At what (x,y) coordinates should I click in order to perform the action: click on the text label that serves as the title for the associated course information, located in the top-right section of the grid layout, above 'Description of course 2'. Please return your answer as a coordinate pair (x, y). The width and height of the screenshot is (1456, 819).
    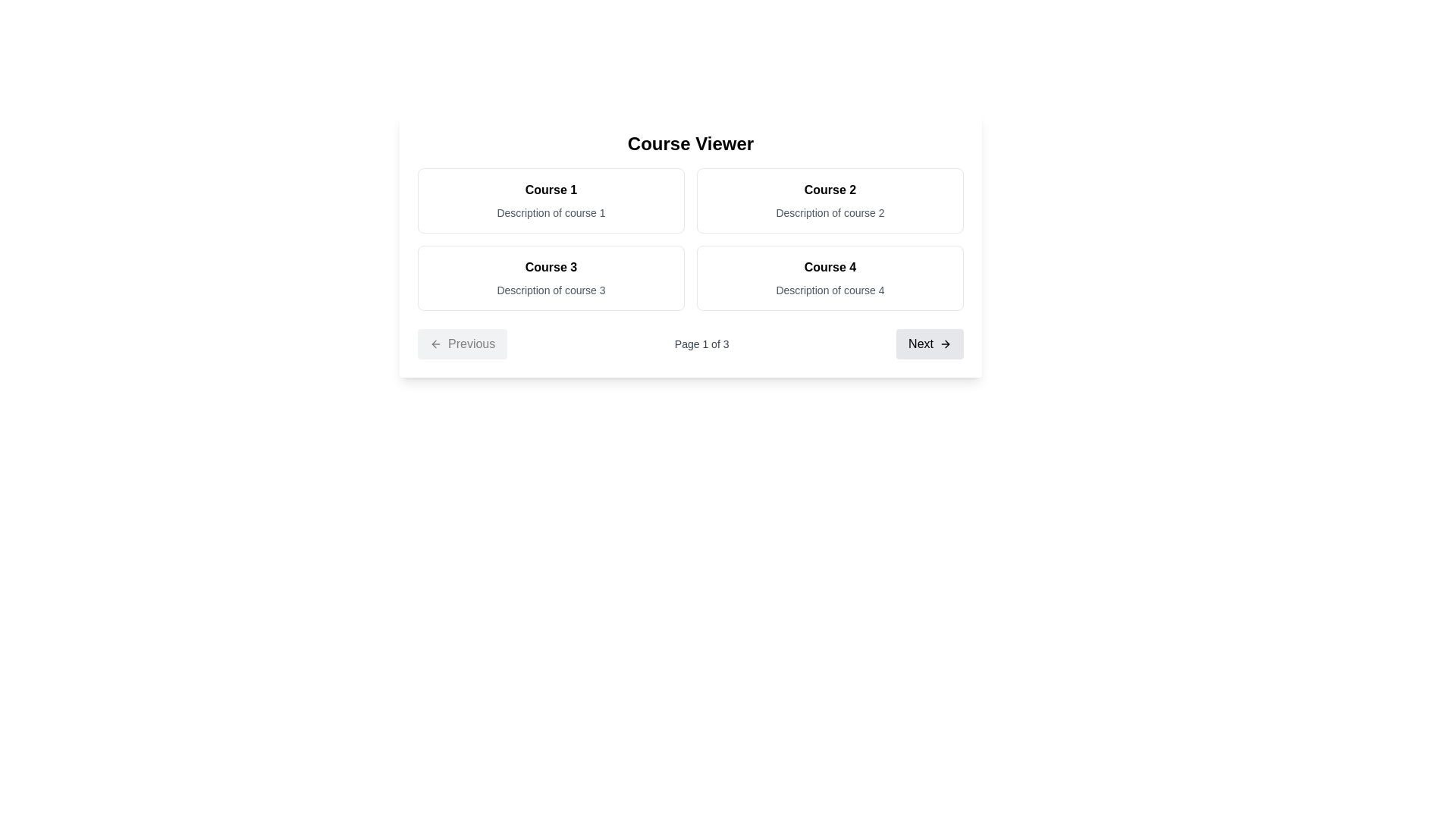
    Looking at the image, I should click on (829, 189).